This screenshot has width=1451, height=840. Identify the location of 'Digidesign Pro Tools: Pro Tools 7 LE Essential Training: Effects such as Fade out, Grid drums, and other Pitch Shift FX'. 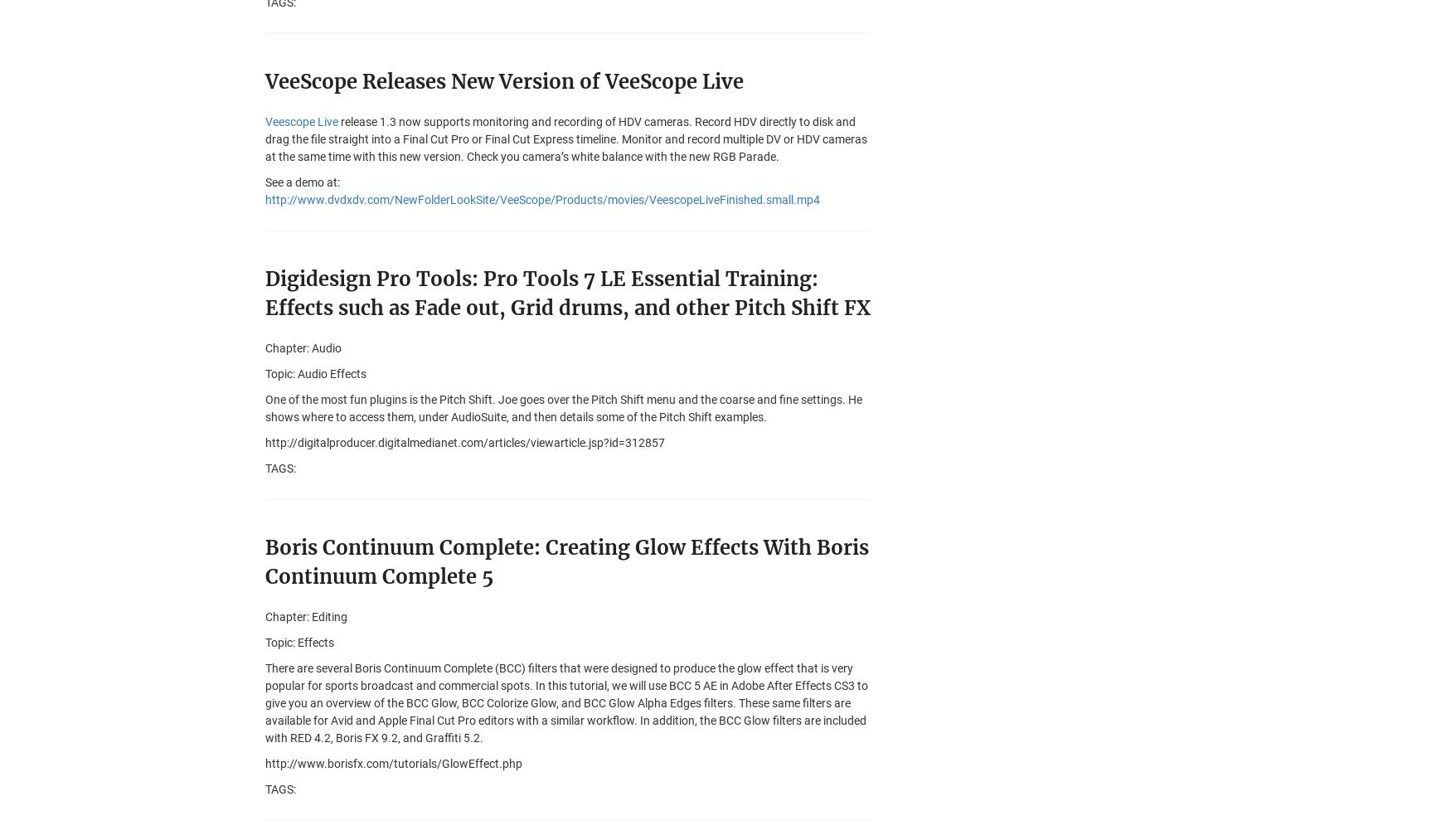
(566, 293).